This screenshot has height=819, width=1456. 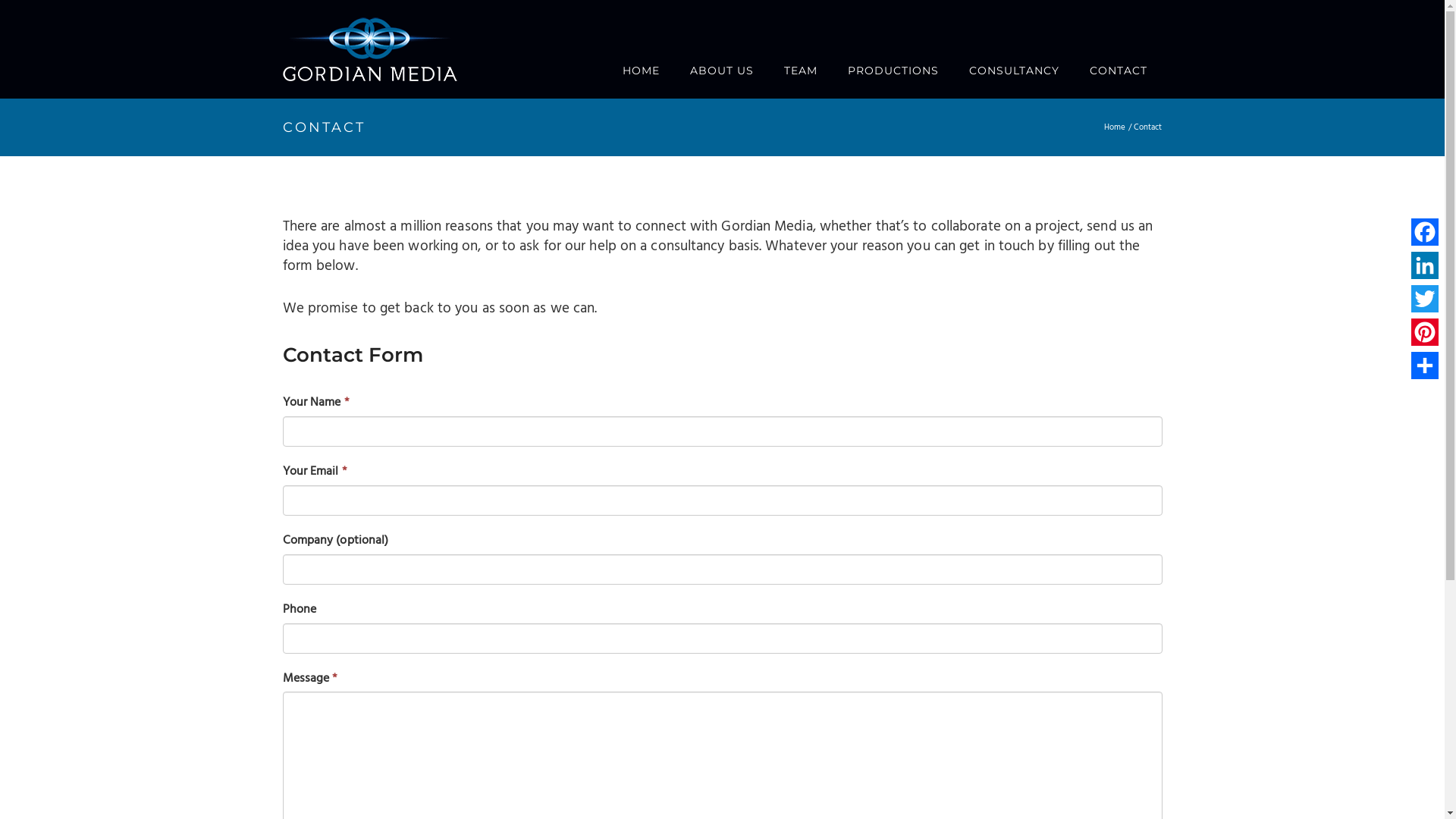 I want to click on 'Twitter', so click(x=1407, y=298).